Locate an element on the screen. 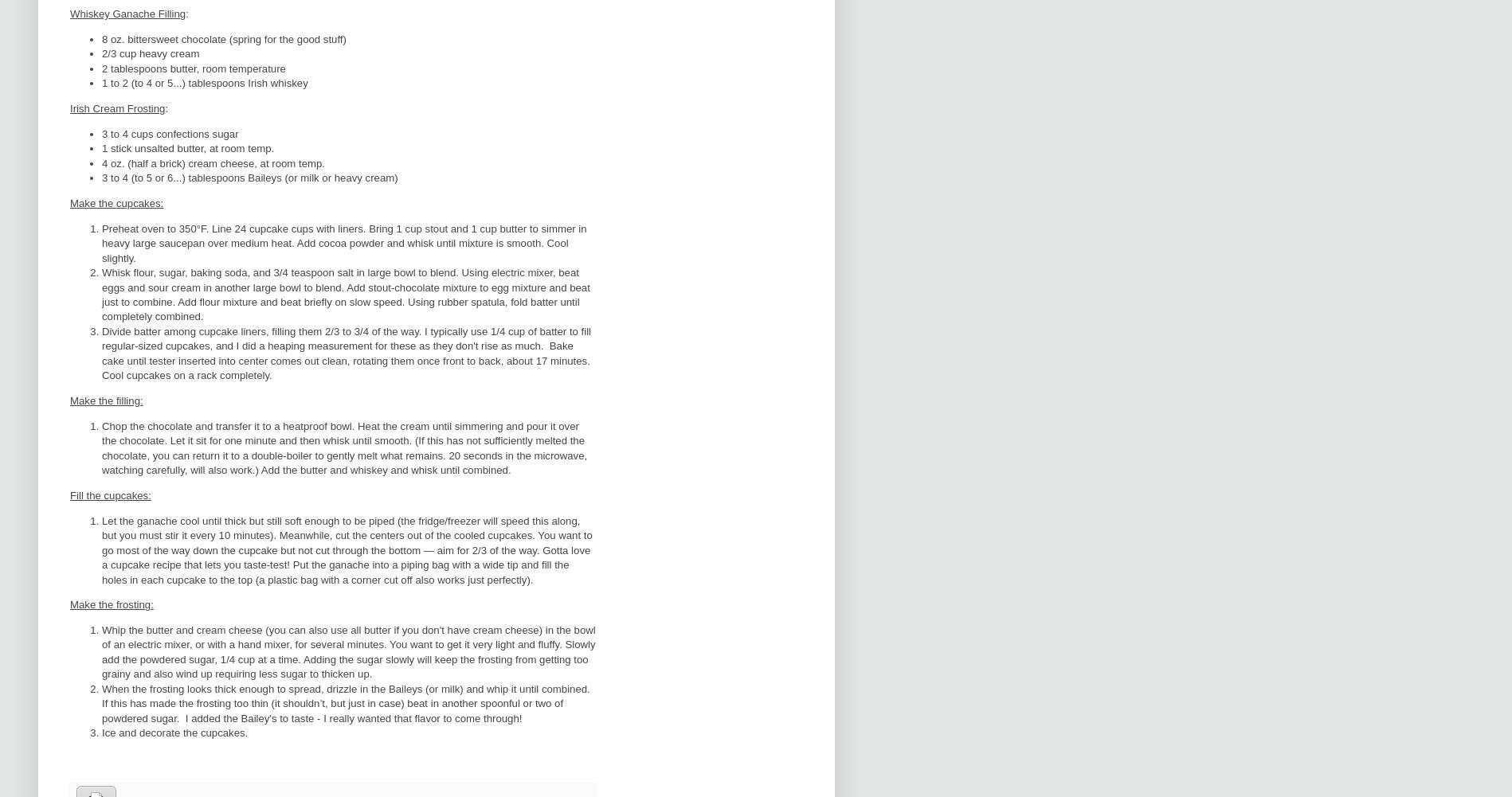 This screenshot has height=797, width=1512. 'Whisk flour, sugar, baking soda, and 3/4 teaspoon salt in large bowl  to blend. Using electric mixer, beat eggs and sour cream in another  large bowl to blend. Add stout-chocolate mixture to egg mixture and beat  just to combine. Add flour mixture and beat briefly on slow speed.  Using rubber spatula, fold batter until completely combined.' is located at coordinates (346, 293).